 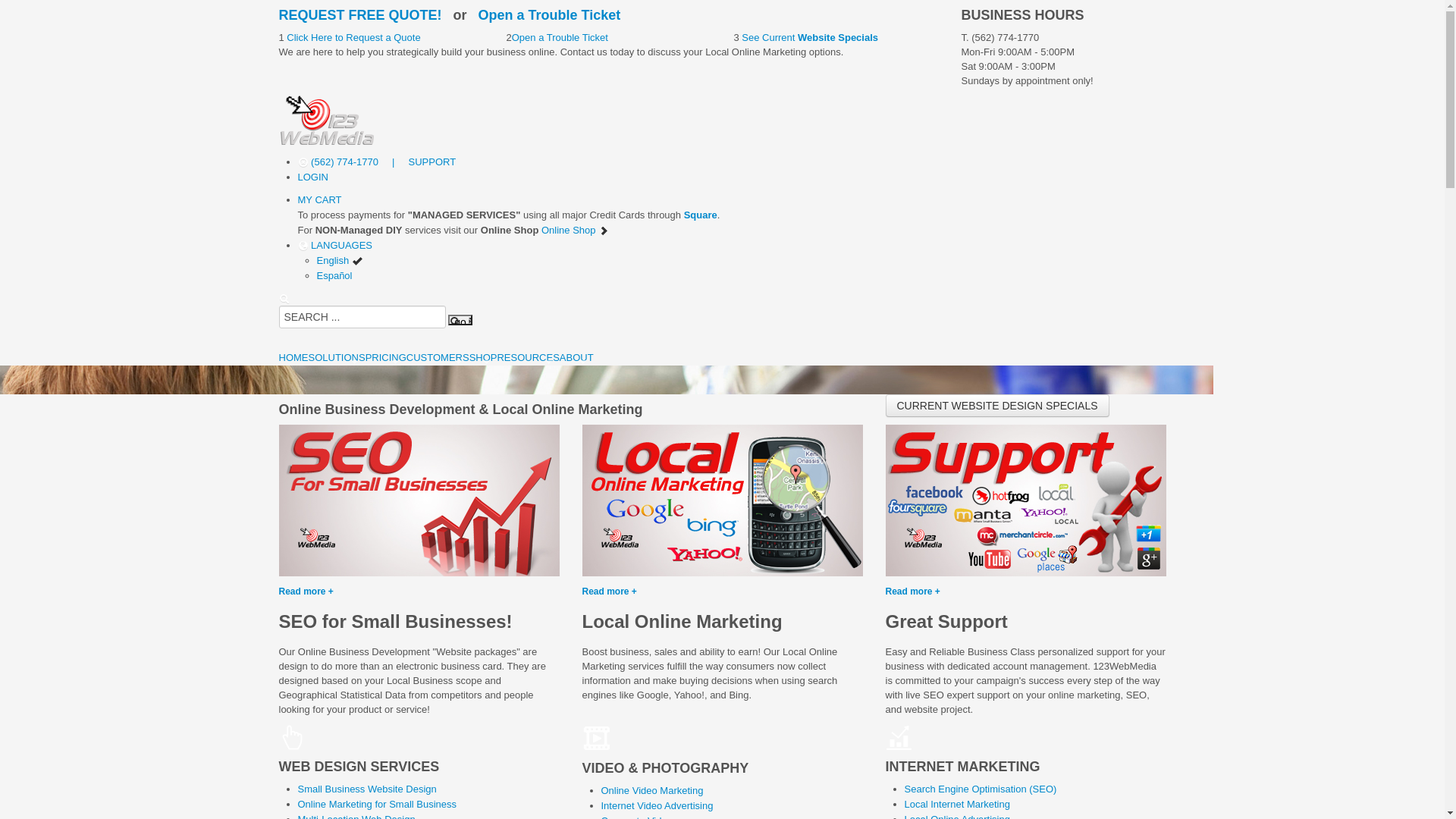 What do you see at coordinates (338, 259) in the screenshot?
I see `'English'` at bounding box center [338, 259].